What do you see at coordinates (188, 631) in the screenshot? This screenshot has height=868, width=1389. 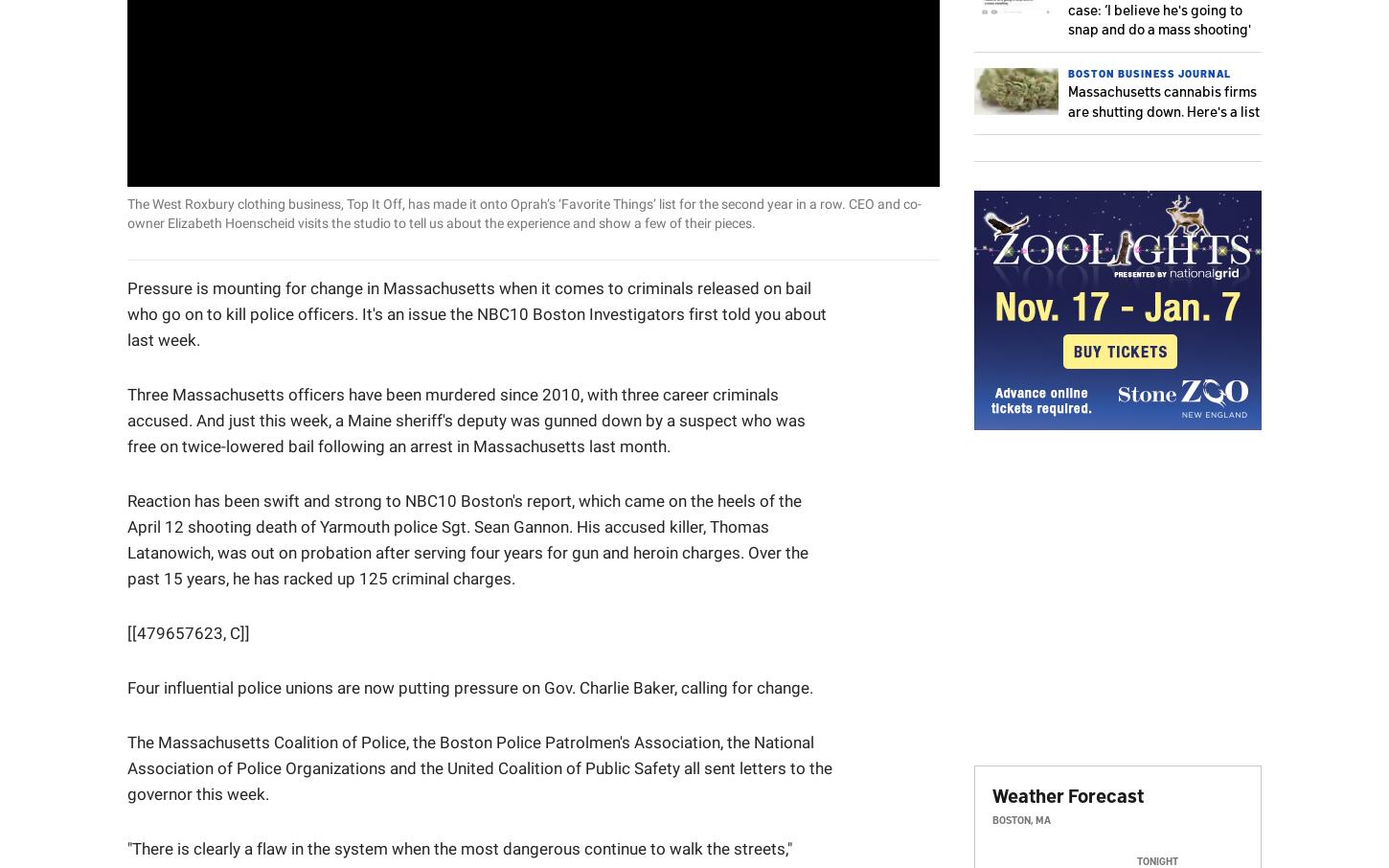 I see `'[[479657623, C]]'` at bounding box center [188, 631].